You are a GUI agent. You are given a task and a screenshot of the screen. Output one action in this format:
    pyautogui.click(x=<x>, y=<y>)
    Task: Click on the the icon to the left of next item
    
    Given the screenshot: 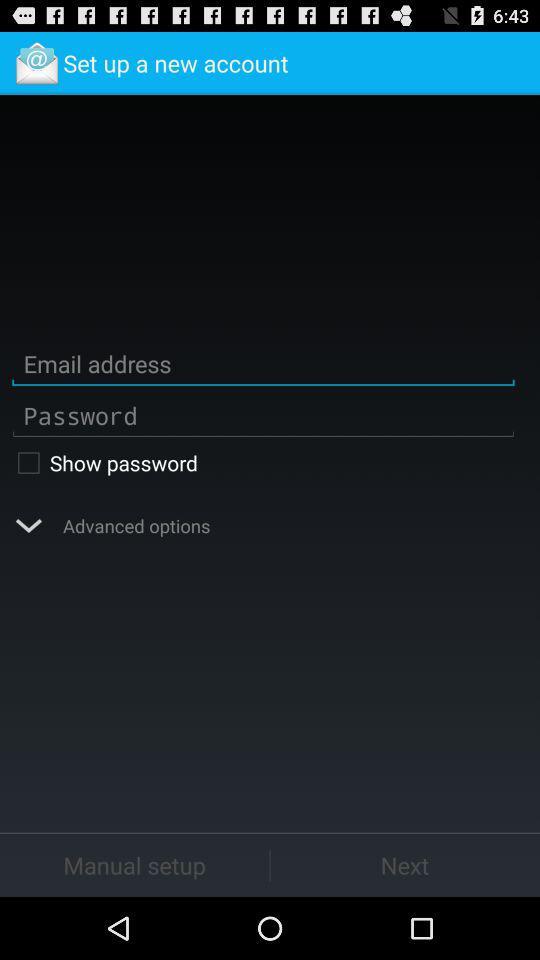 What is the action you would take?
    pyautogui.click(x=134, y=864)
    